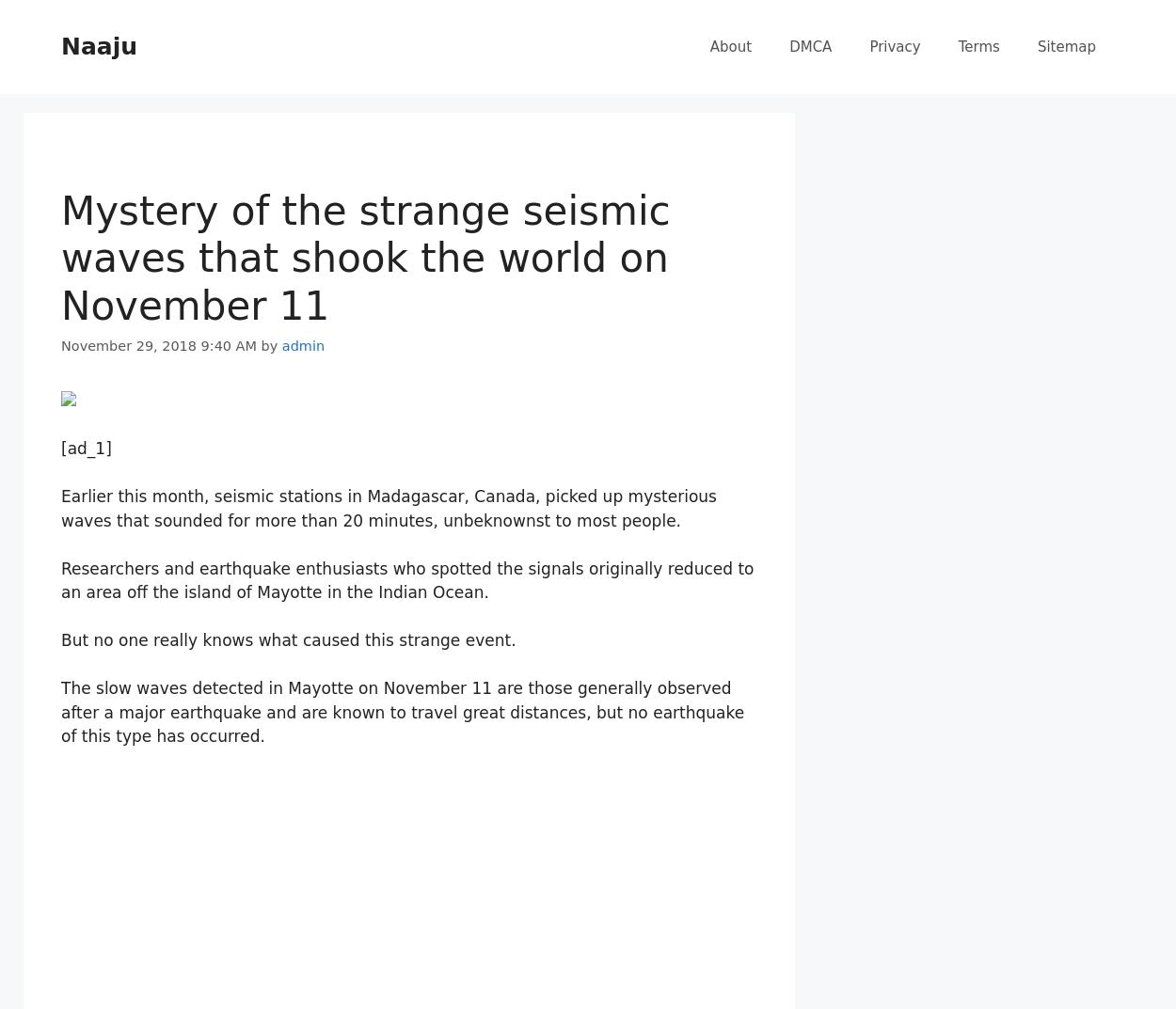 This screenshot has height=1009, width=1176. I want to click on 'admin', so click(302, 345).